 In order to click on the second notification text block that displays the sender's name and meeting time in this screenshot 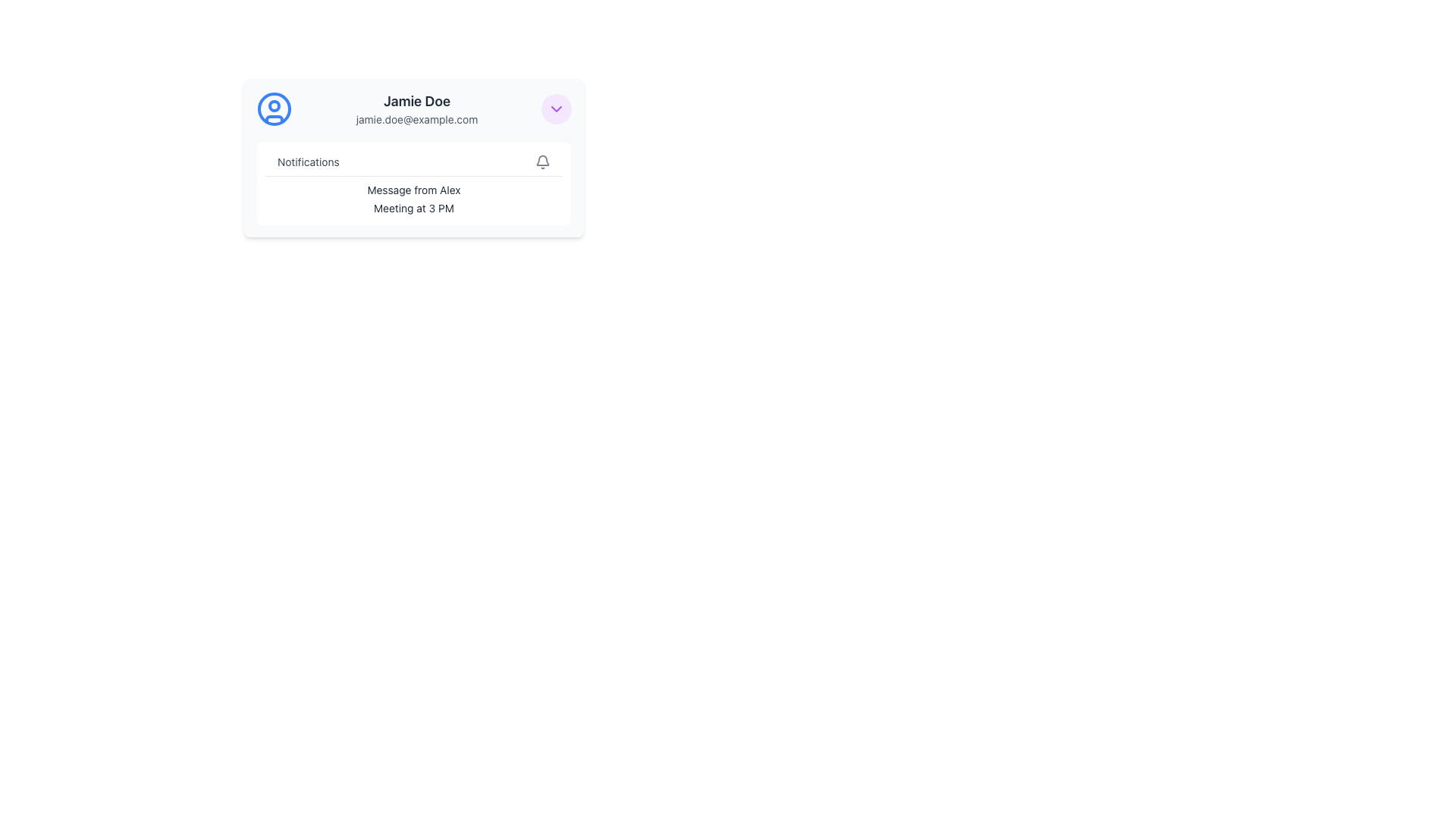, I will do `click(414, 198)`.